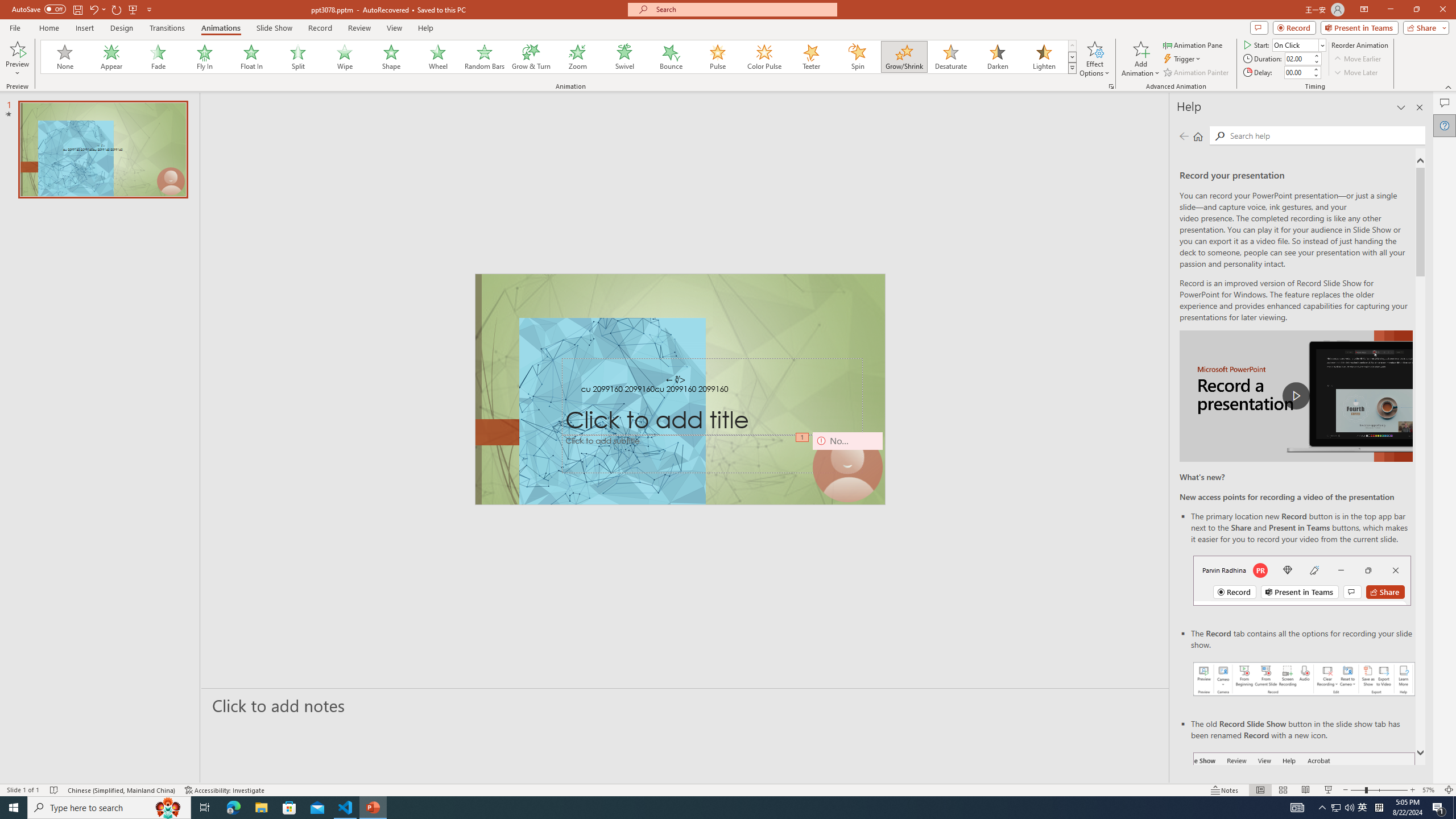 This screenshot has height=819, width=1456. I want to click on 'Shape', so click(391, 56).